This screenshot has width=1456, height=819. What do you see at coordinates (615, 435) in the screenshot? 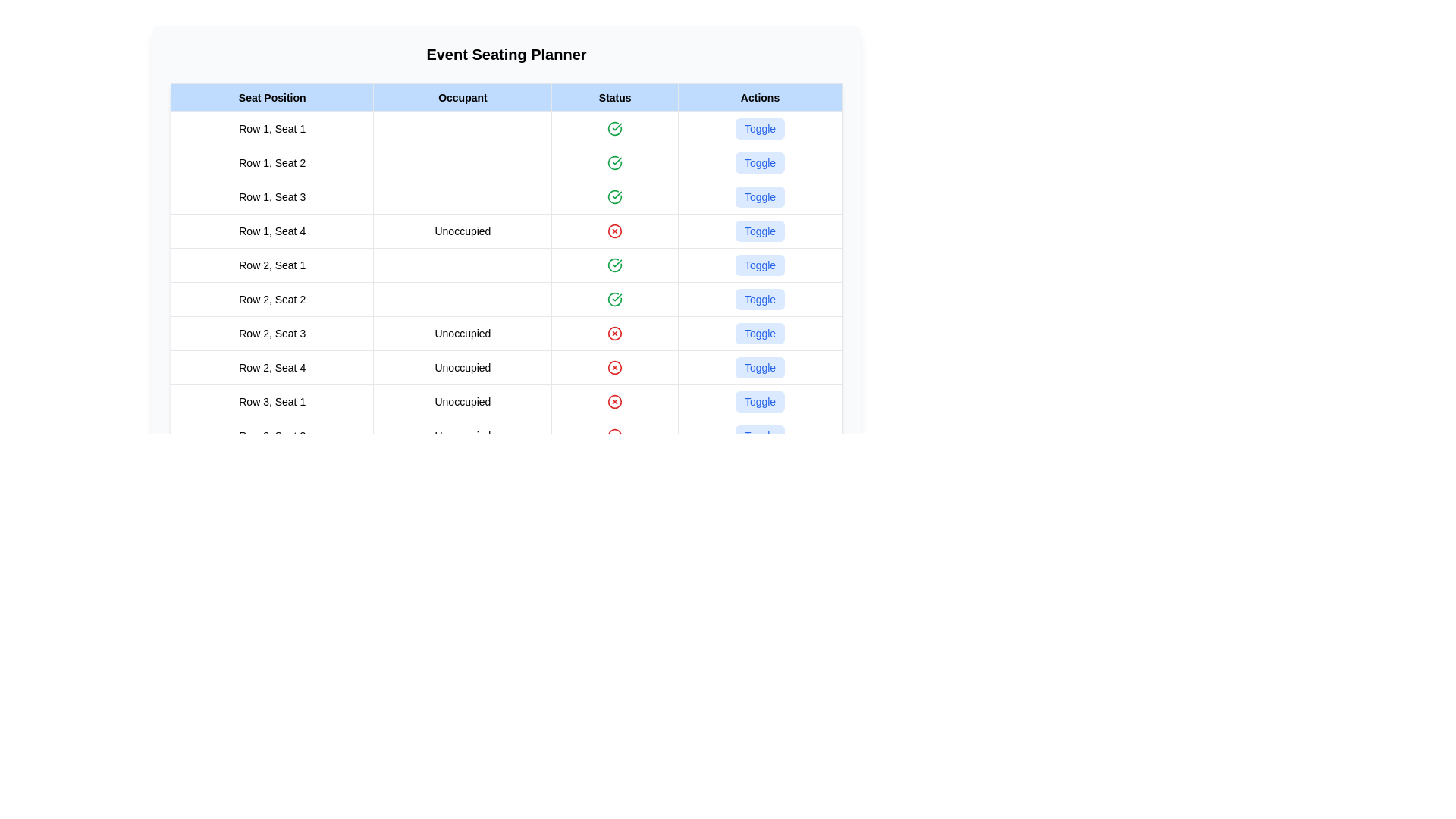
I see `the meaning of the error status icon located` at bounding box center [615, 435].